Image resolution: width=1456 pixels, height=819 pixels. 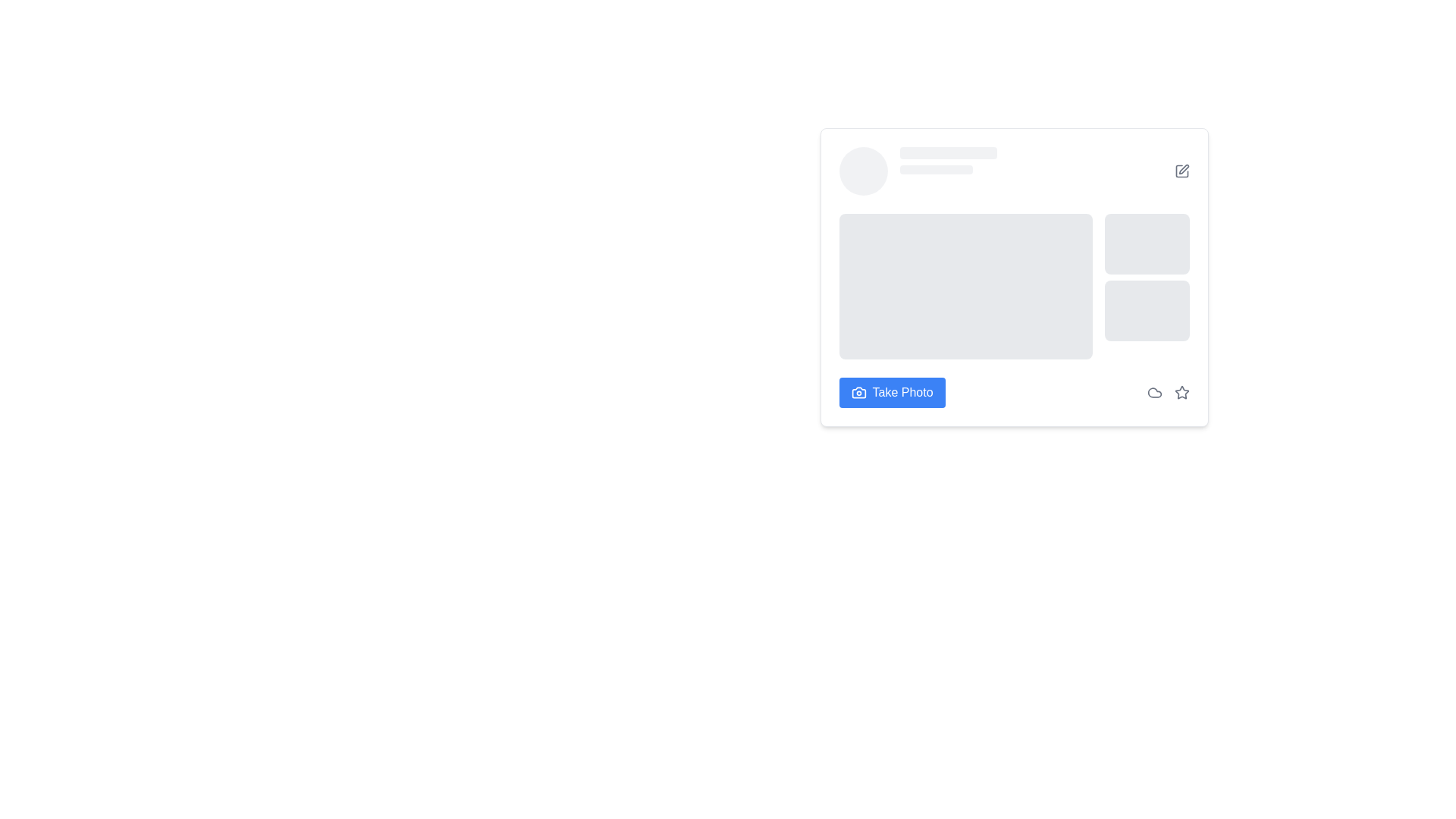 What do you see at coordinates (1182, 169) in the screenshot?
I see `the pen icon located in the top-right corner of the interface card` at bounding box center [1182, 169].